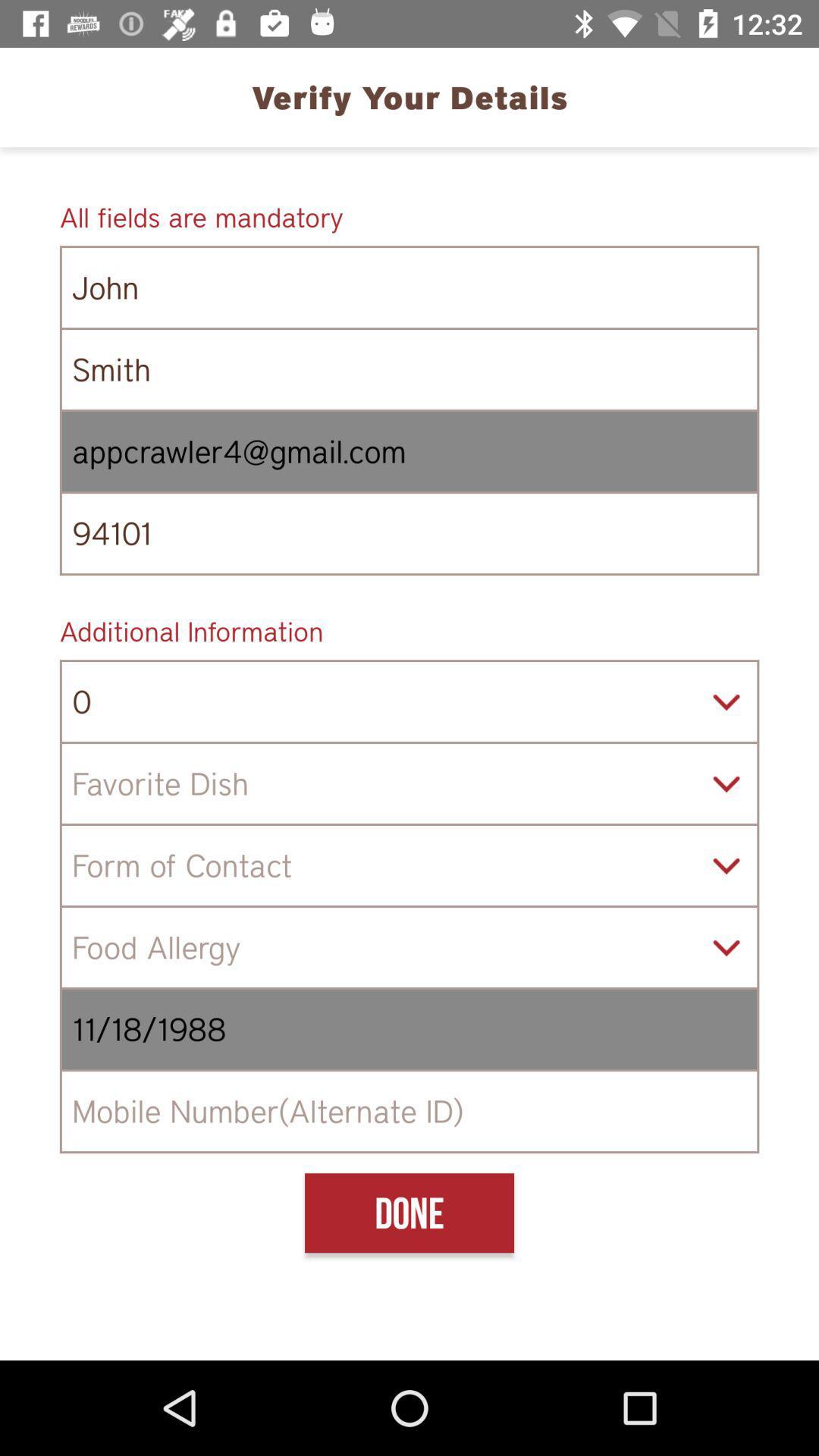 This screenshot has height=1456, width=819. I want to click on smith icon, so click(409, 369).